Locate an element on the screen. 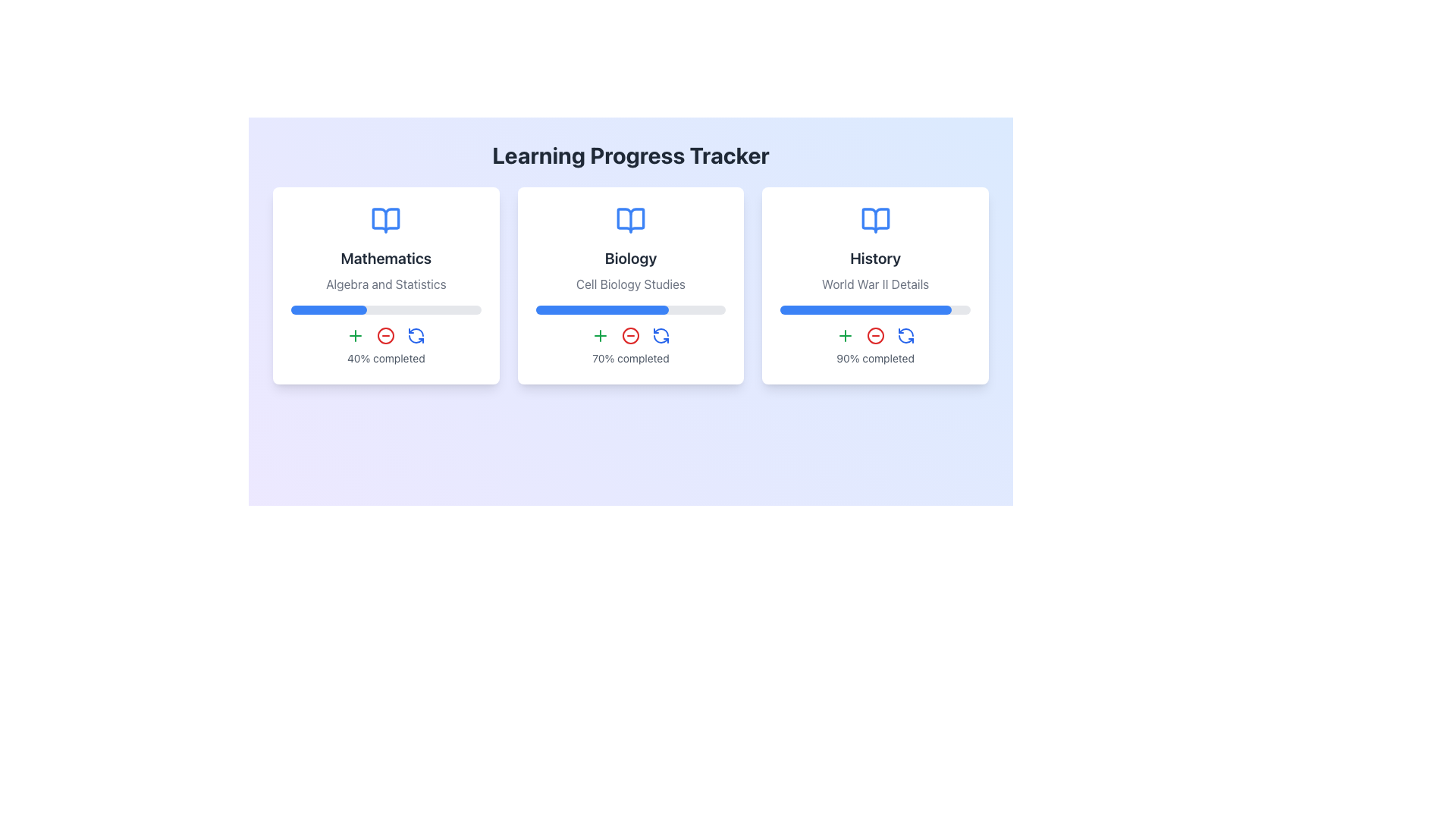 This screenshot has width=1456, height=819. the text label displaying 'Biology' in bold at the top center of the card, which is above the subtitle 'Cell Biology Studies' is located at coordinates (630, 257).